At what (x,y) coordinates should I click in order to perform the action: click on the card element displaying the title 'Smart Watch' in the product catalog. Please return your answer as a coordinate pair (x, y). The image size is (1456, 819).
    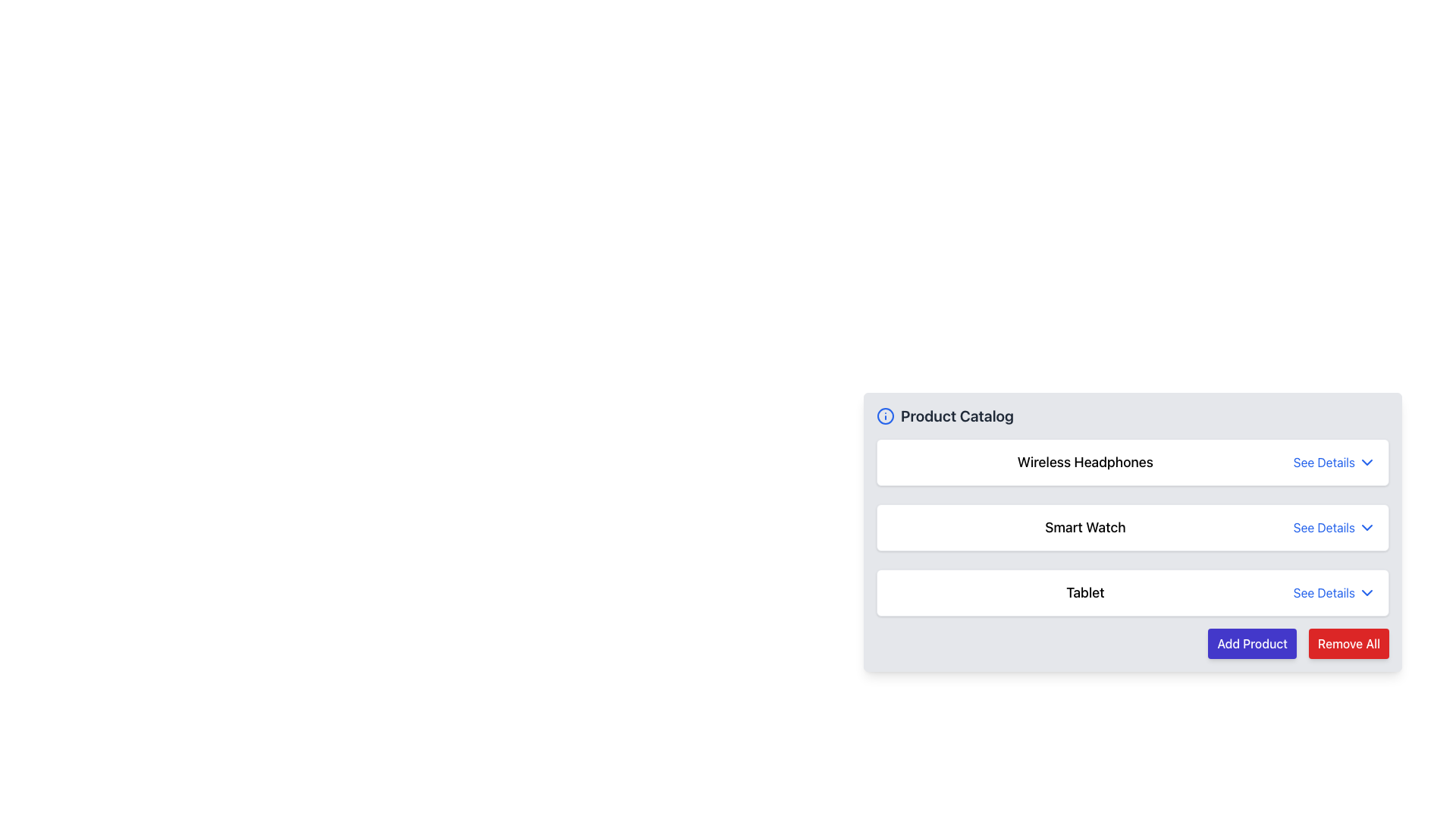
    Looking at the image, I should click on (1132, 538).